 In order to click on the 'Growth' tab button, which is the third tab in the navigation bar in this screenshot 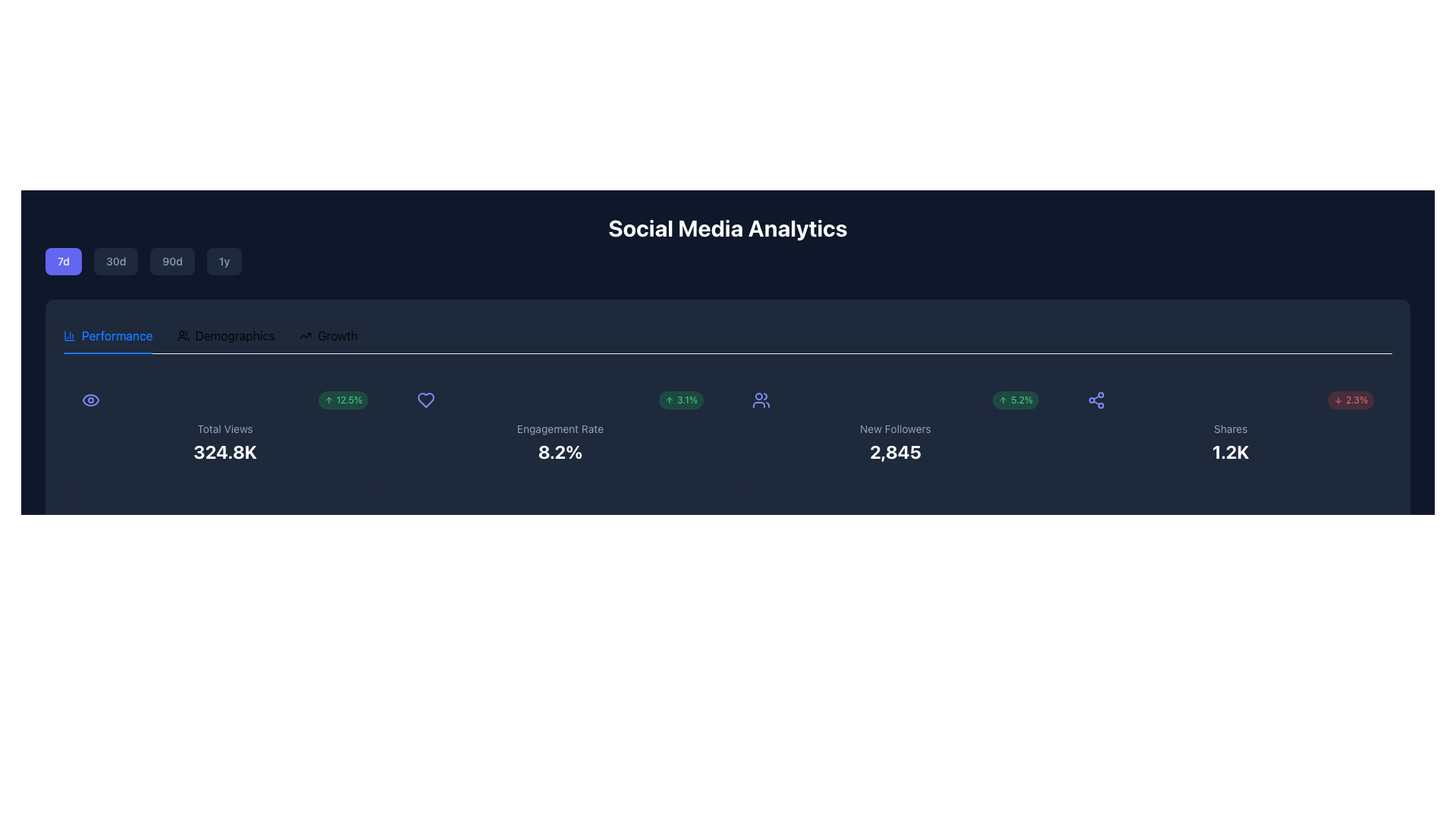, I will do `click(328, 335)`.